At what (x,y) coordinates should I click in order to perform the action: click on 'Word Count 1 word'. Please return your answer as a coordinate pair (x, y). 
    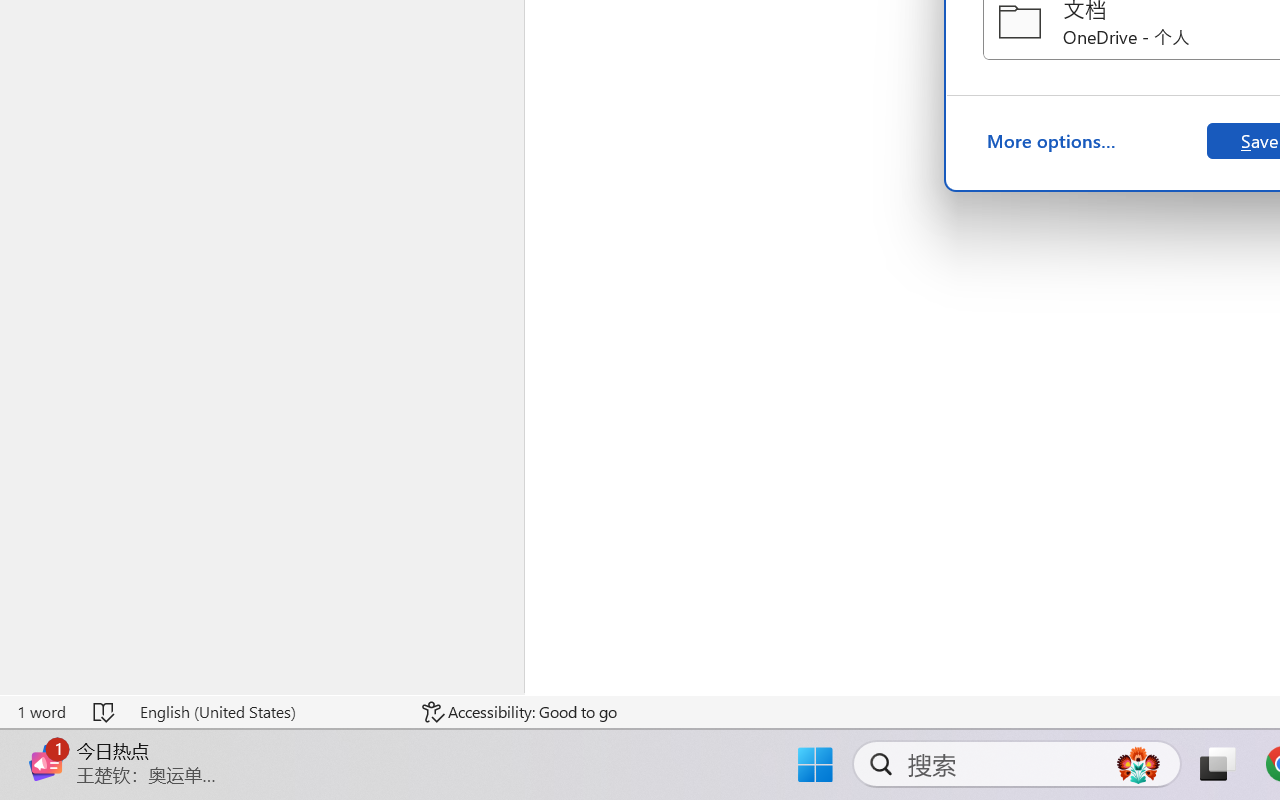
    Looking at the image, I should click on (41, 711).